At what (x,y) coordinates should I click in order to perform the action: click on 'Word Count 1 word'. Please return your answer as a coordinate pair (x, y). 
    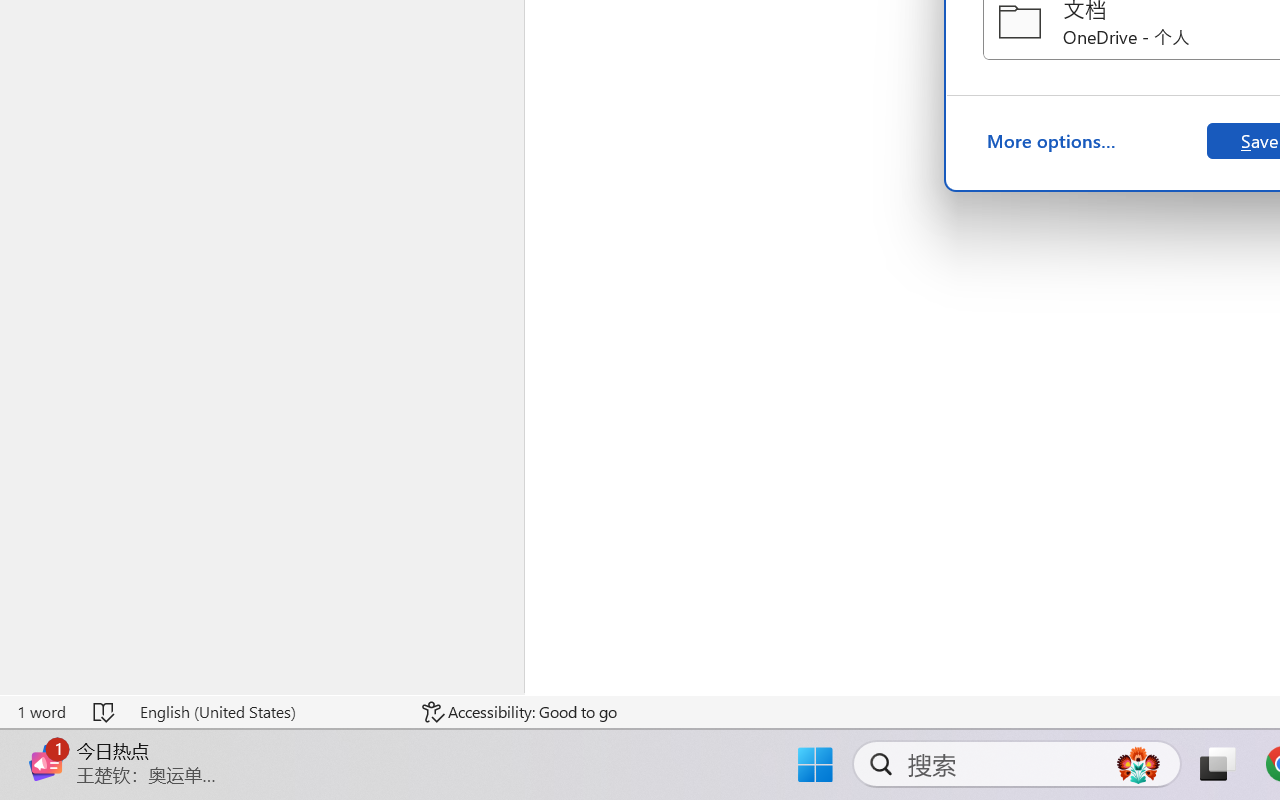
    Looking at the image, I should click on (41, 711).